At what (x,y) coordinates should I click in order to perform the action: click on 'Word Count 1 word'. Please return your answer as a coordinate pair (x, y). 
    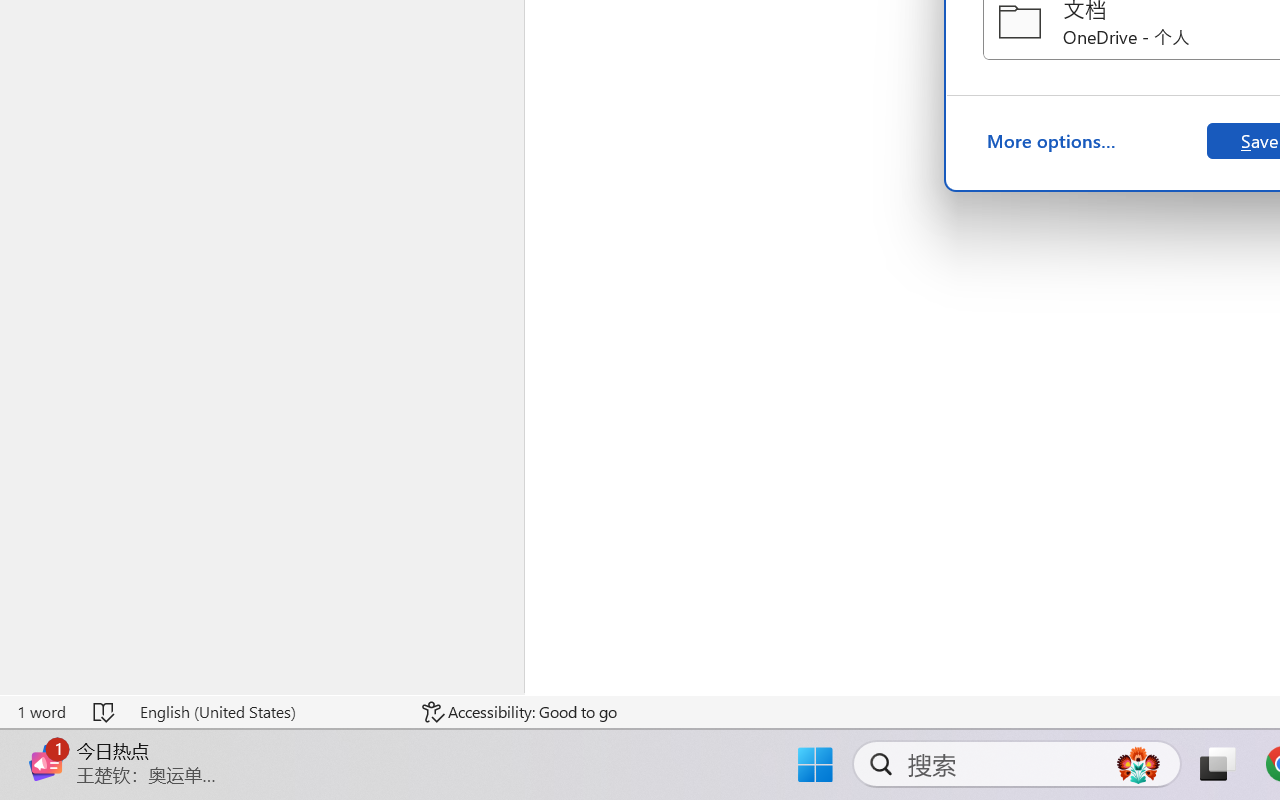
    Looking at the image, I should click on (41, 711).